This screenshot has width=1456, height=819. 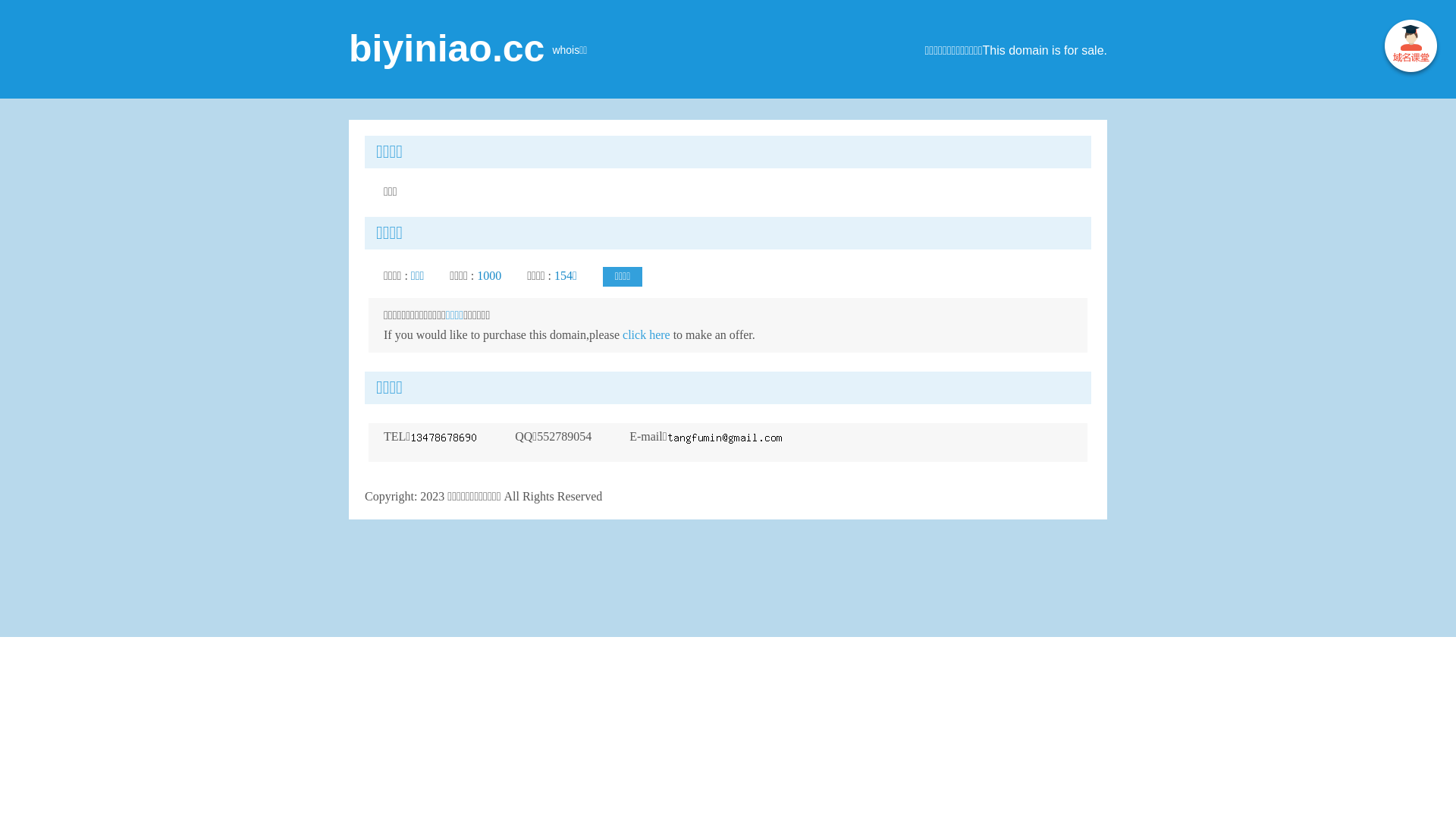 I want to click on 'click here', so click(x=646, y=334).